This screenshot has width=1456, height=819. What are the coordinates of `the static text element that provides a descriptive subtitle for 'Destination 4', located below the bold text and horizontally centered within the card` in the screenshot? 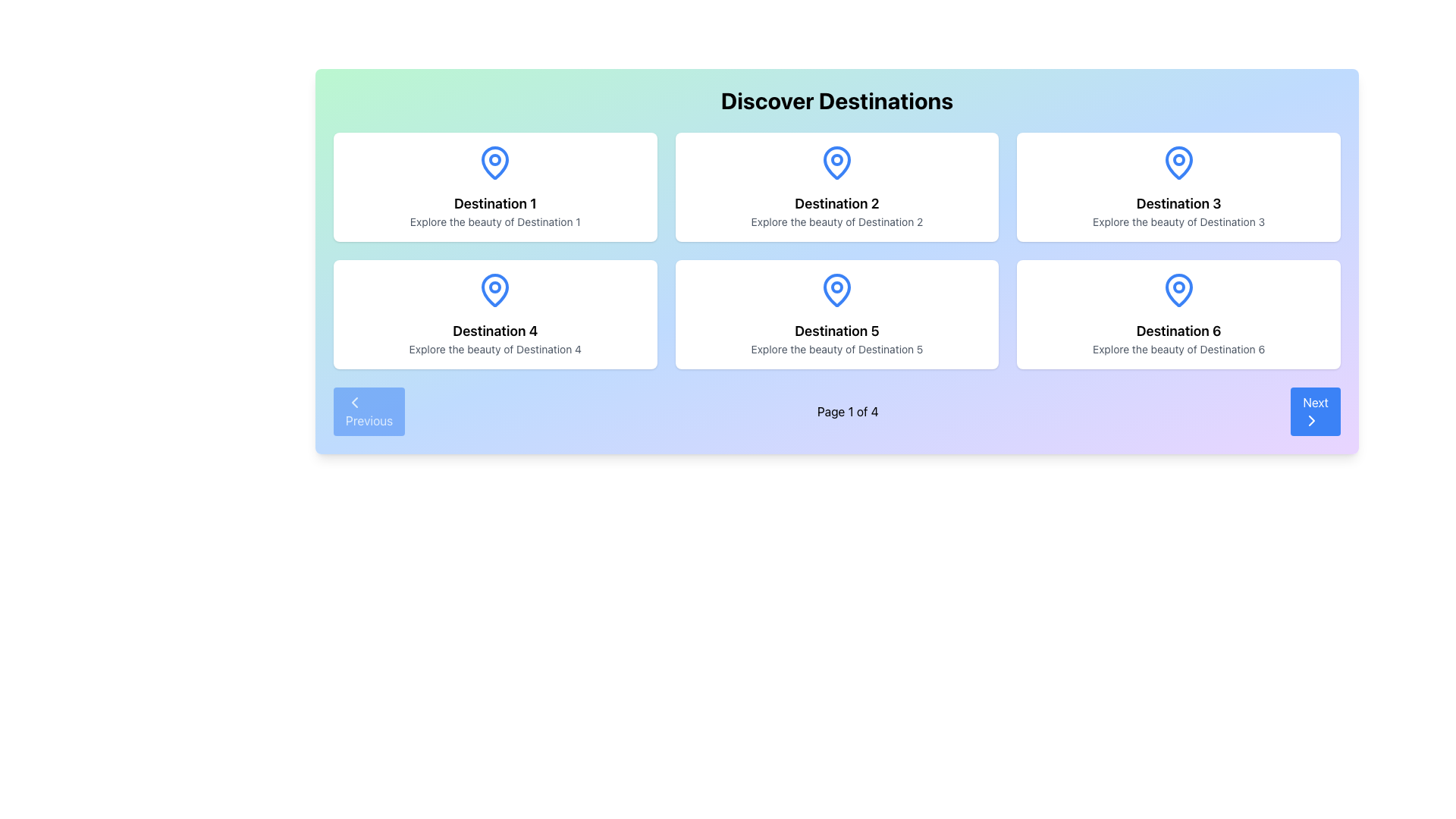 It's located at (495, 350).